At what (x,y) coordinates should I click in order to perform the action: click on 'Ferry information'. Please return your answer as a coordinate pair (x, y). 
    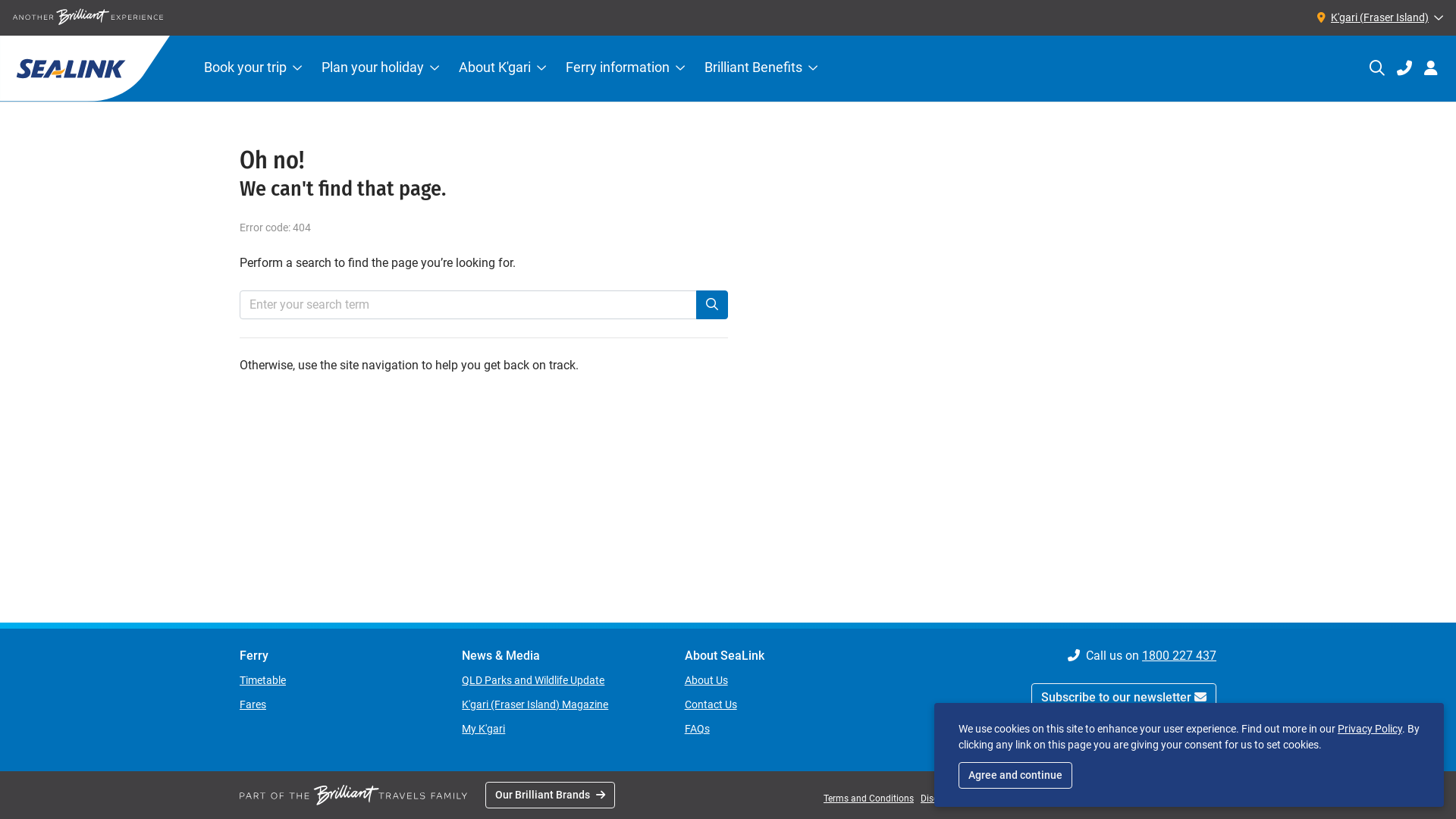
    Looking at the image, I should click on (625, 68).